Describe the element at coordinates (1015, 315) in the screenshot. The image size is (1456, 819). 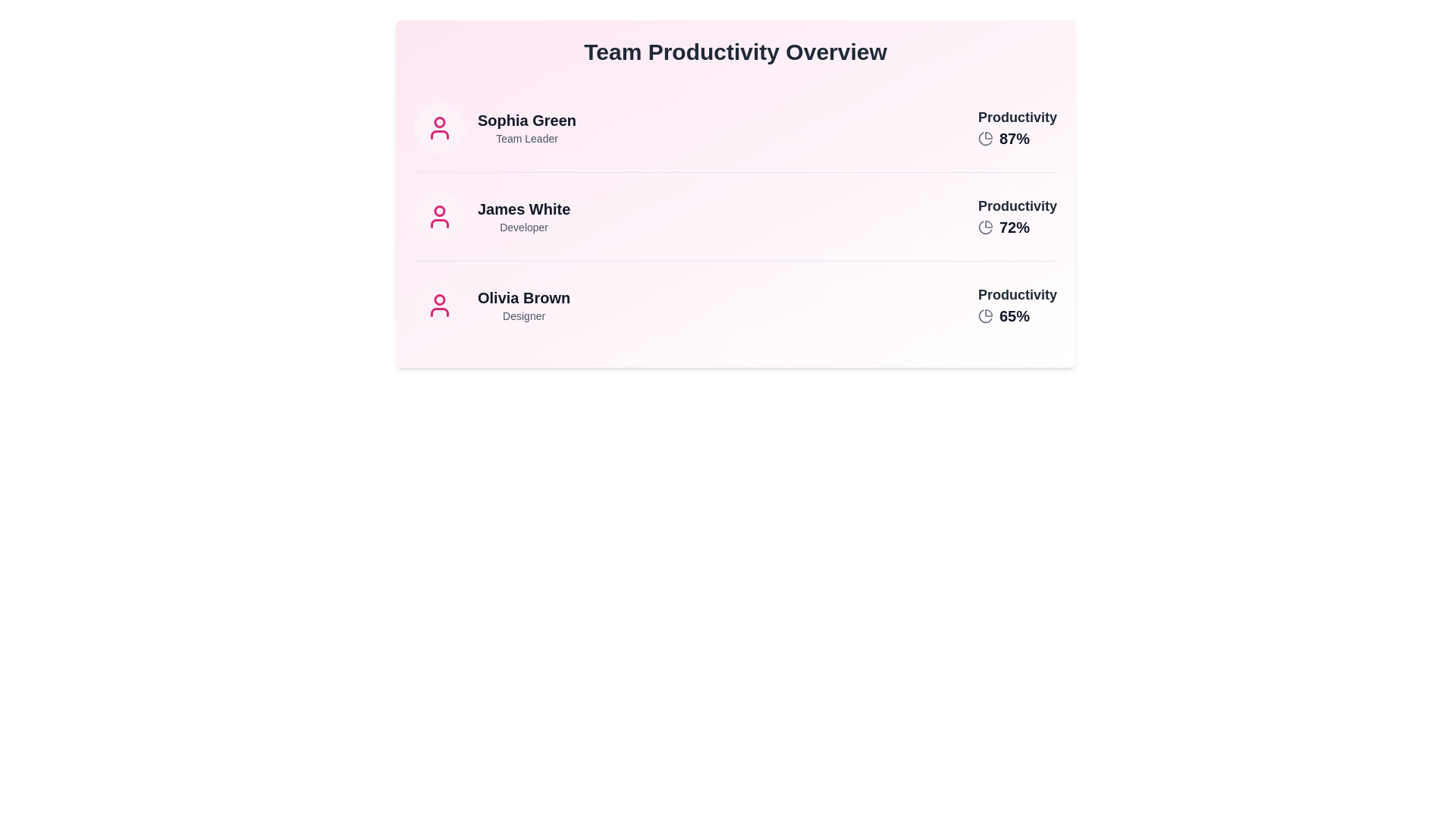
I see `the text display indicating the productivity percentage of Olivia Brown in the 'Team Productivity Overview' interface` at that location.